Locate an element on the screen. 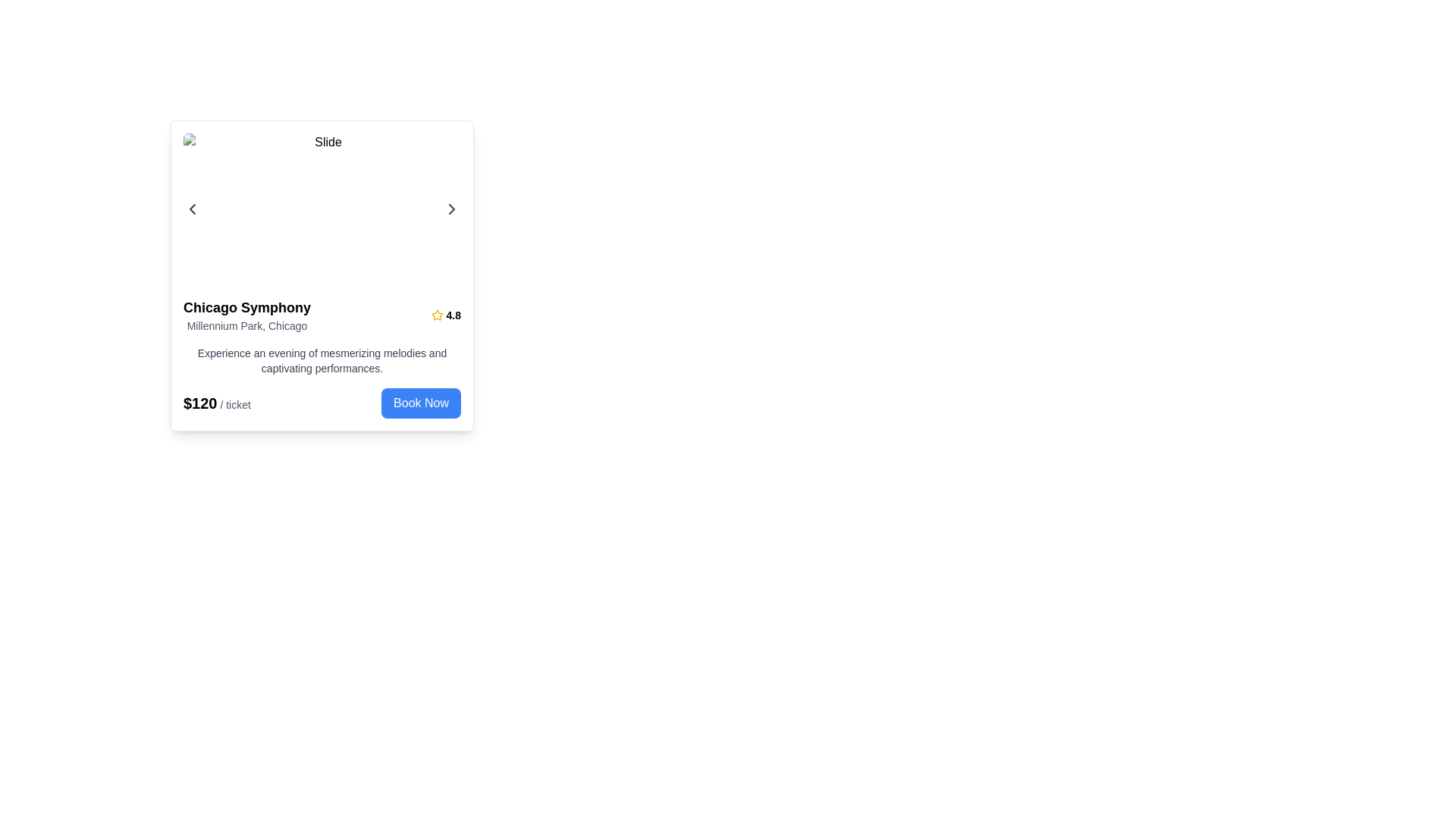 The height and width of the screenshot is (819, 1456). the 'Book Now' button, which is a blue rectangular button with white text located in the lower right section of the card beneath the pricing information is located at coordinates (421, 403).